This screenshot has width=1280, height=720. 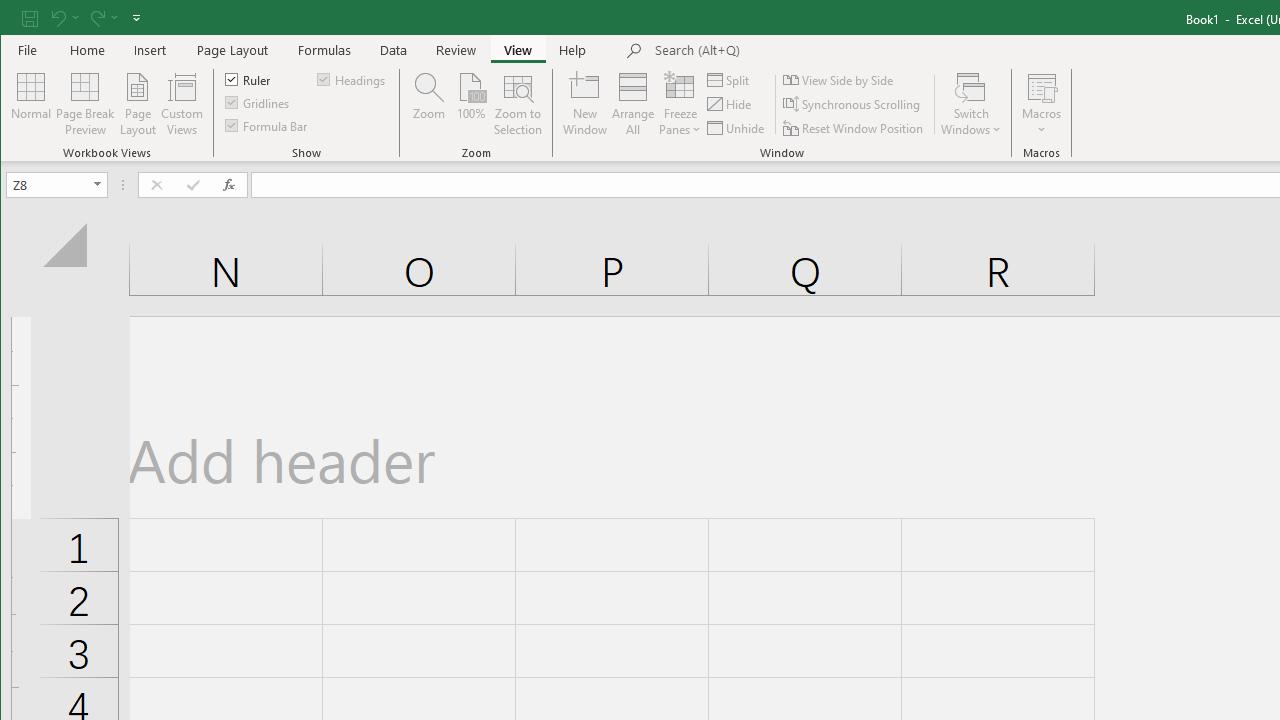 I want to click on 'Review', so click(x=455, y=49).